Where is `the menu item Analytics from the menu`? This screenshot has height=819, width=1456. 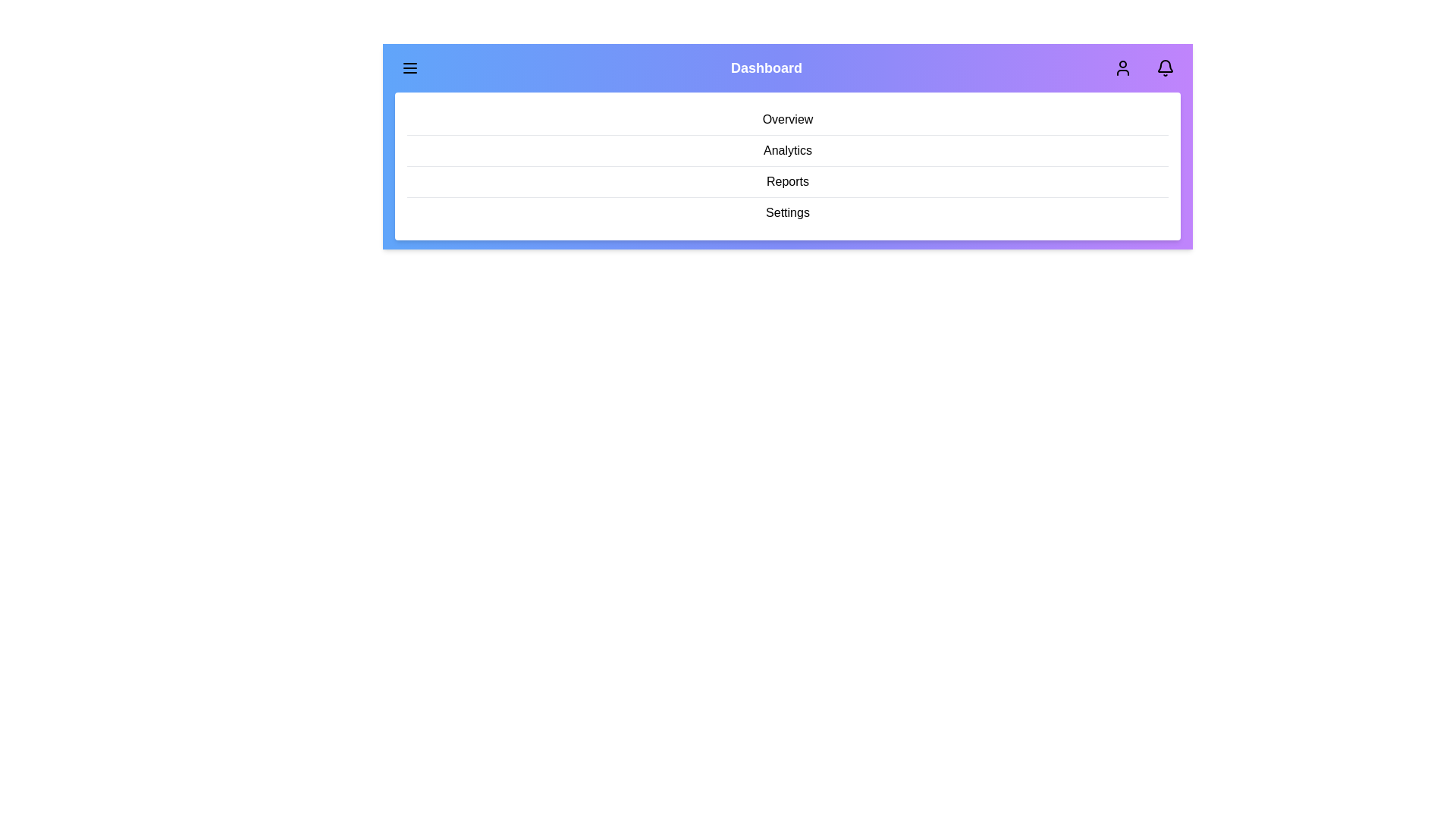 the menu item Analytics from the menu is located at coordinates (787, 151).